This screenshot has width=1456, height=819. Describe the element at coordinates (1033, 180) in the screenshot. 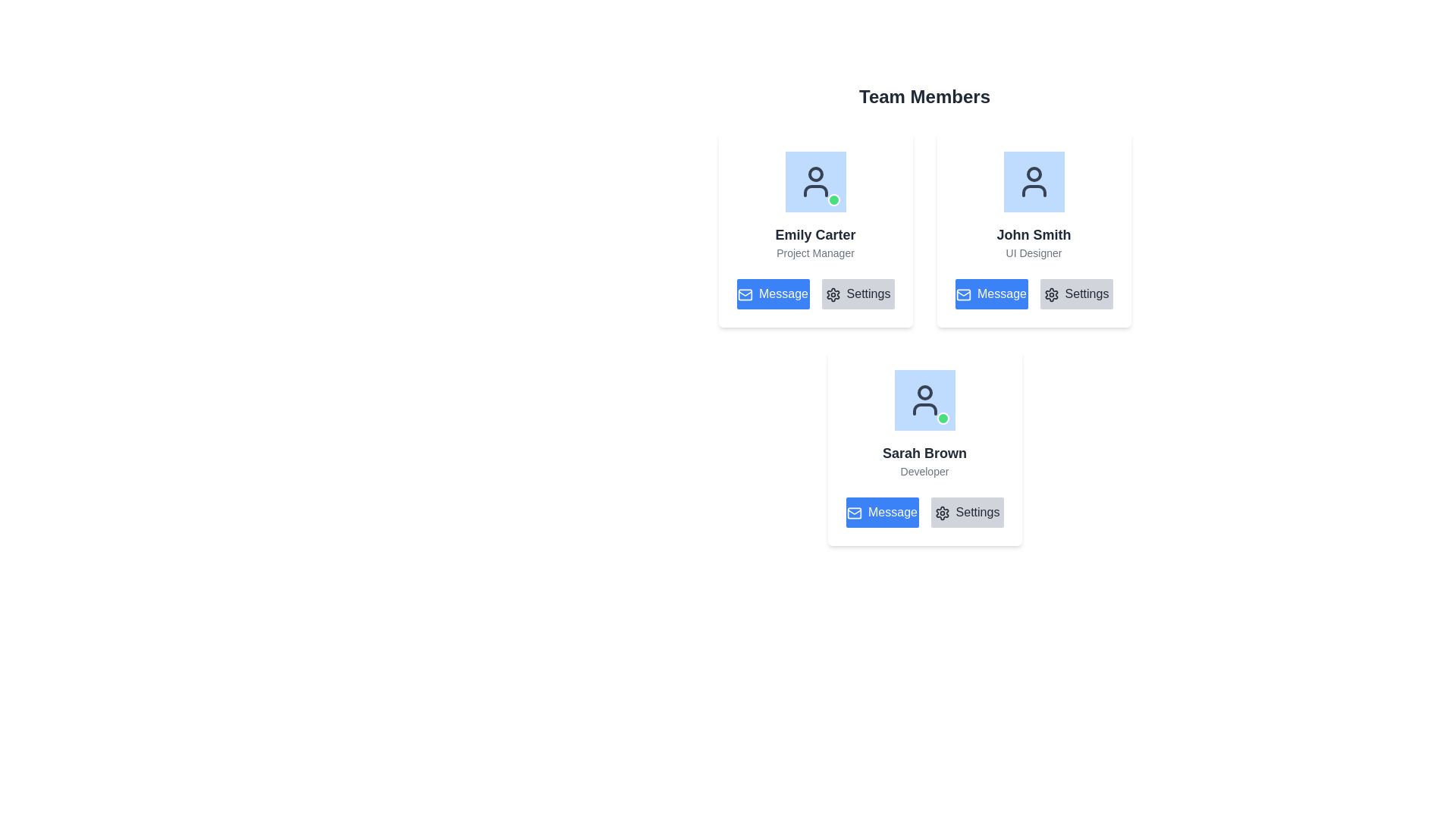

I see `the profile icon representing user 'John Smith', which is located in the top-right section of the team cards` at that location.